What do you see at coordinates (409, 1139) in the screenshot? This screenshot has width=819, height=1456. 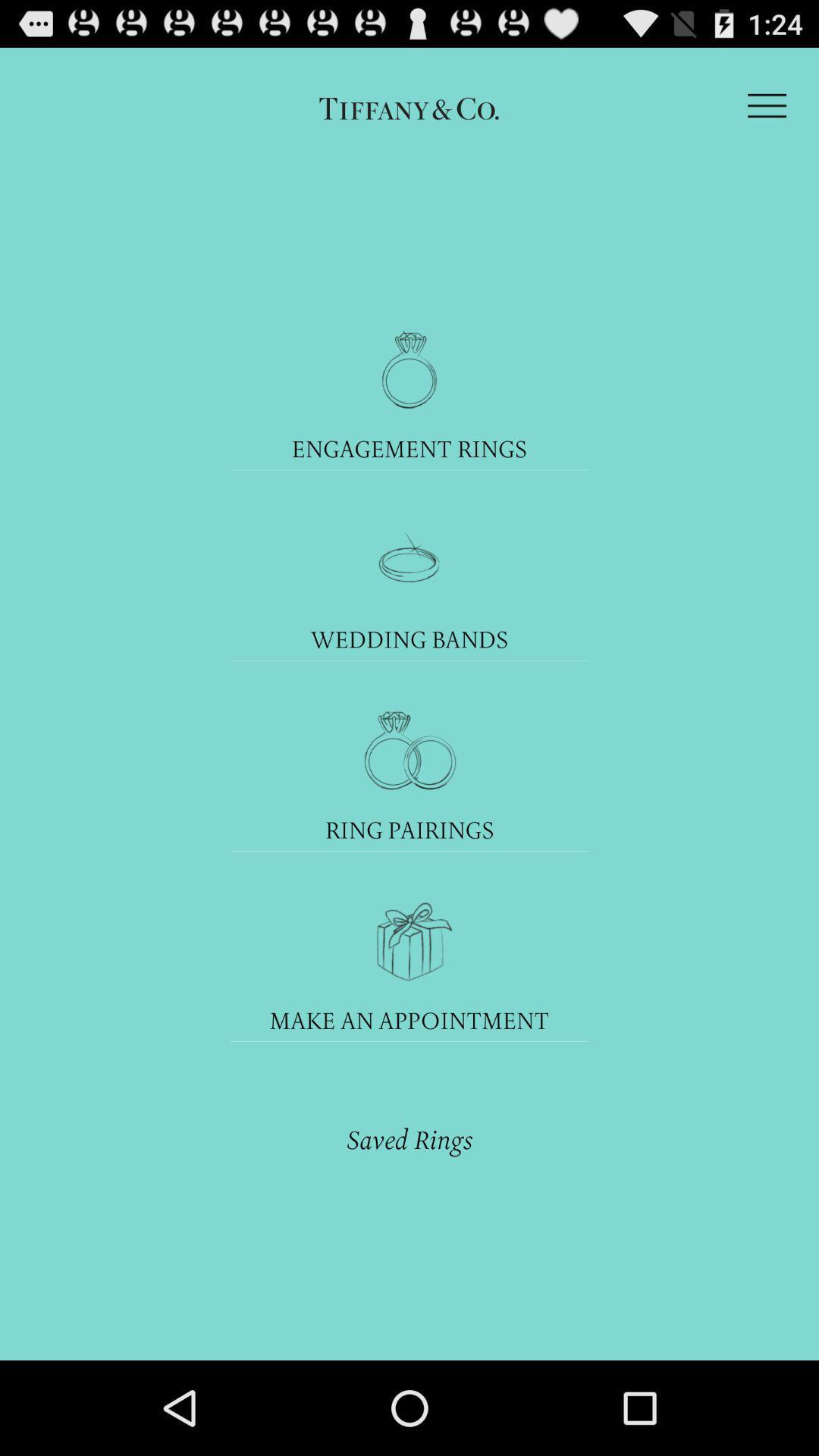 I see `the saved rings item` at bounding box center [409, 1139].